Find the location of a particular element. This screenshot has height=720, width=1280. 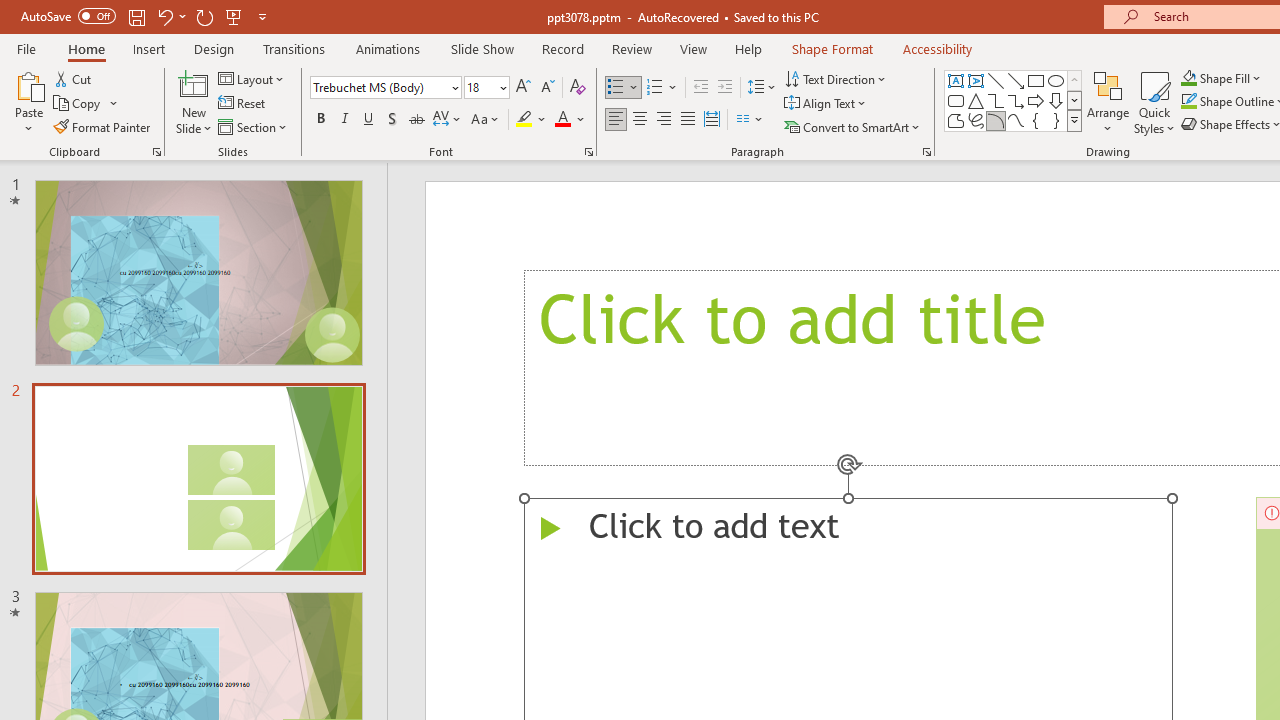

'Shape Outline Green, Accent 1' is located at coordinates (1189, 101).